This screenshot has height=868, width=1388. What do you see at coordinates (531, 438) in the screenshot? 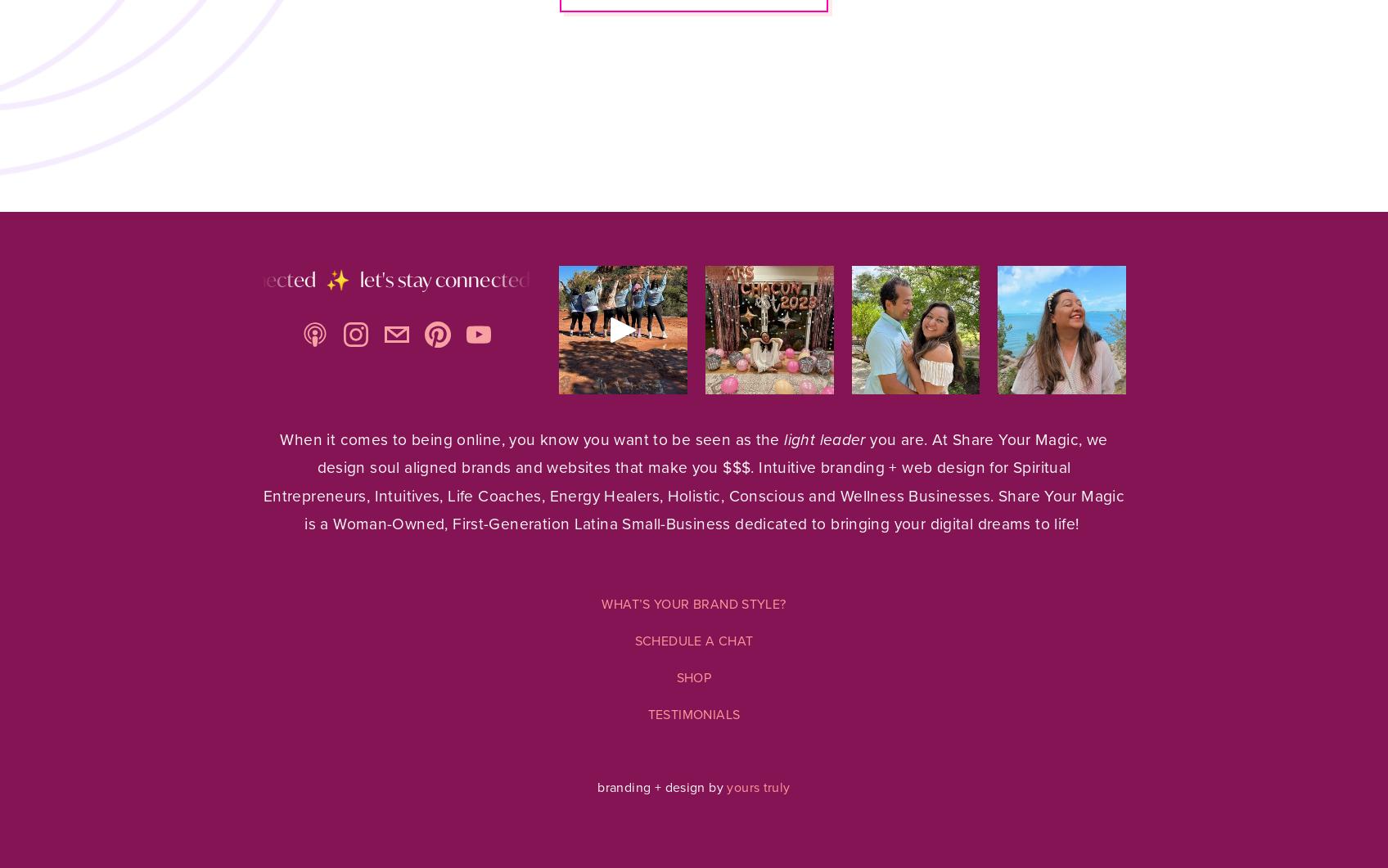
I see `'When it comes to being online, you know you want to be seen as the'` at bounding box center [531, 438].